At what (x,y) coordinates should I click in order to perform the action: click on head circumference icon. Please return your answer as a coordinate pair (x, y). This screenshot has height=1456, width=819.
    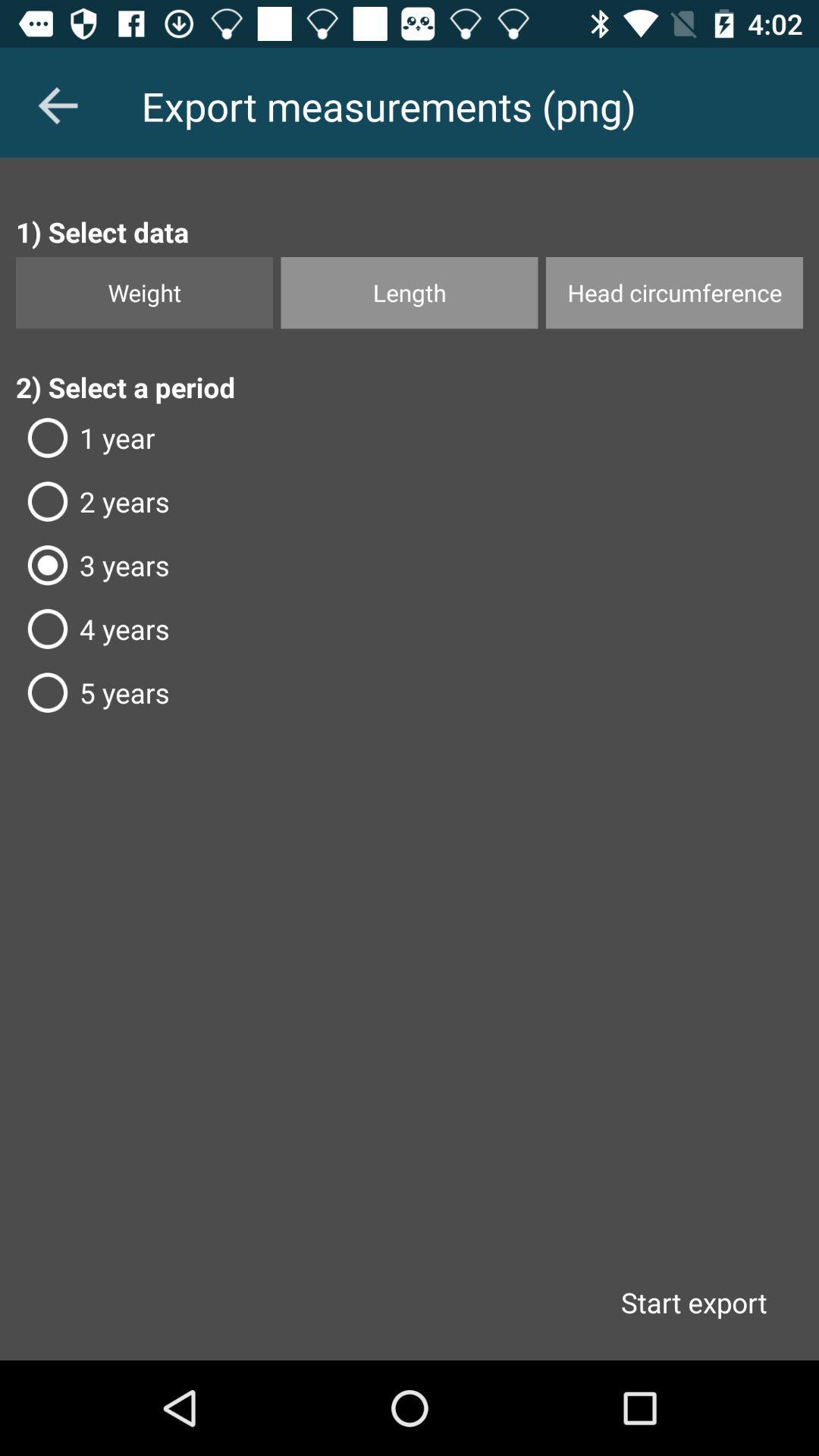
    Looking at the image, I should click on (673, 293).